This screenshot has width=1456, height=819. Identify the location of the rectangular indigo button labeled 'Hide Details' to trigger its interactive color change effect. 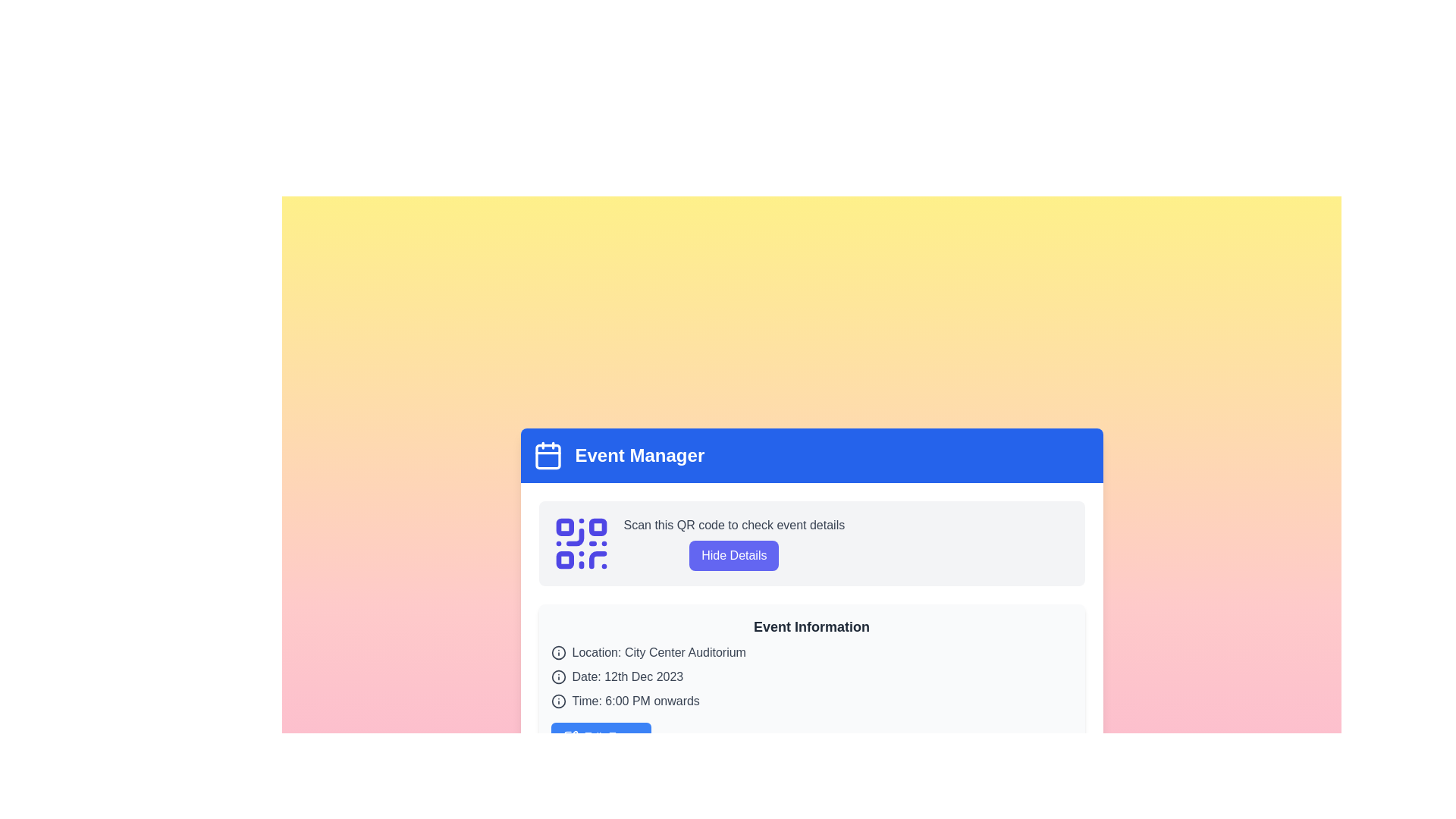
(734, 555).